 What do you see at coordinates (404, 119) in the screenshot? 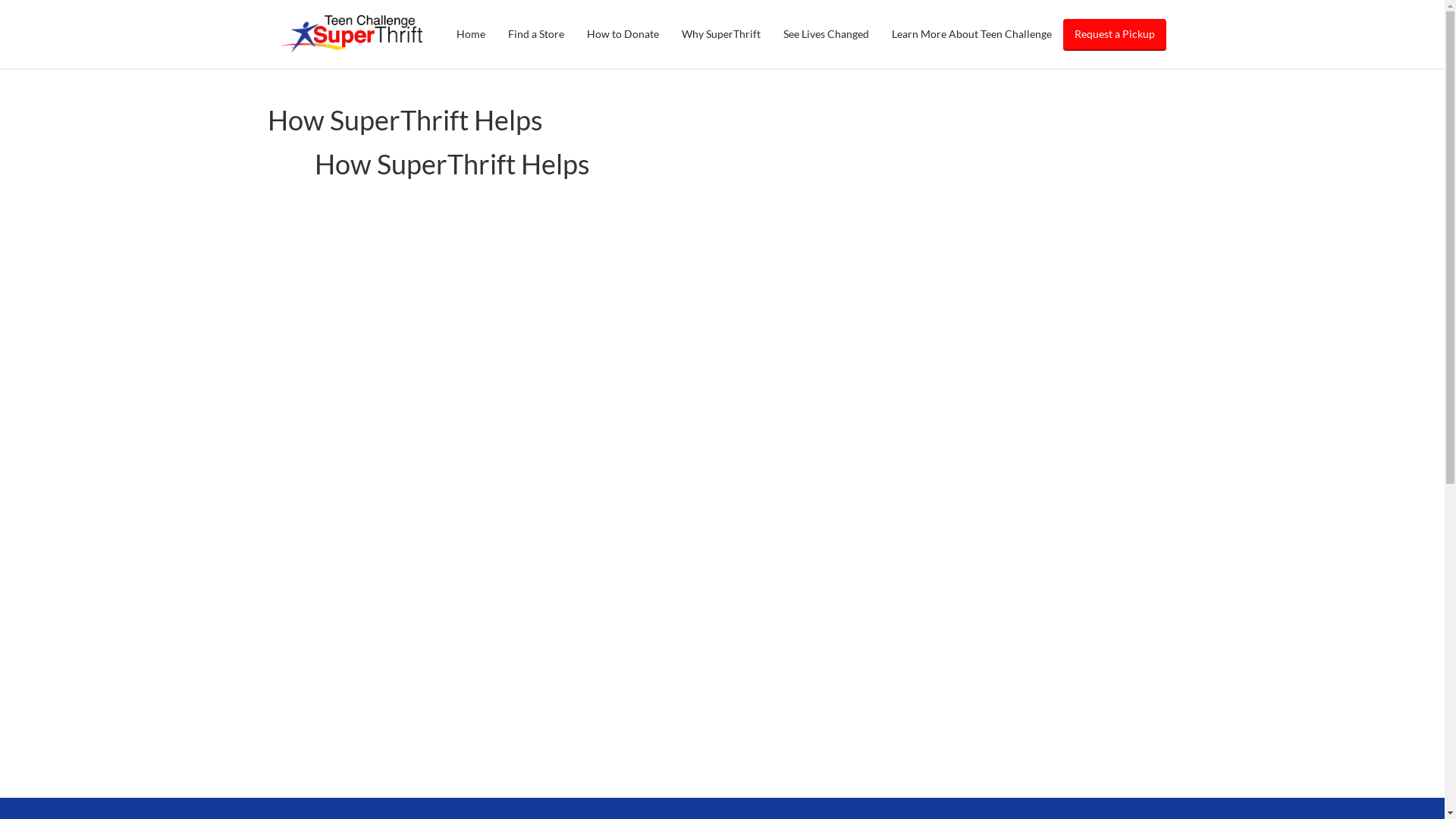
I see `'How SuperThrift Helps'` at bounding box center [404, 119].